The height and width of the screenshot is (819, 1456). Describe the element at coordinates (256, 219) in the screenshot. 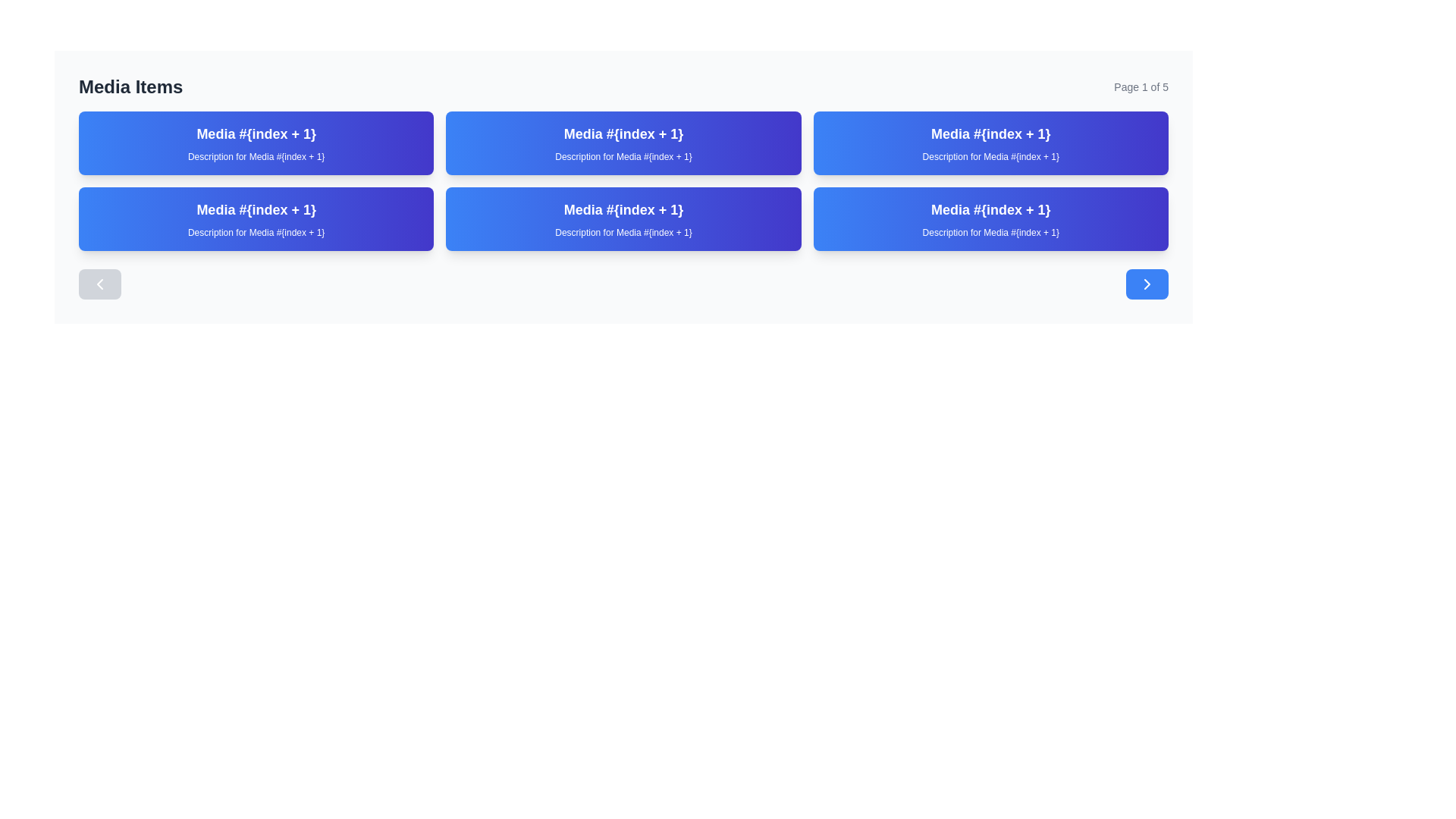

I see `the Card component displaying the title 'Media #{index + 1}' and description 'Description for Media #{index + 1}', which is the first card in the second row of a grid layout` at that location.